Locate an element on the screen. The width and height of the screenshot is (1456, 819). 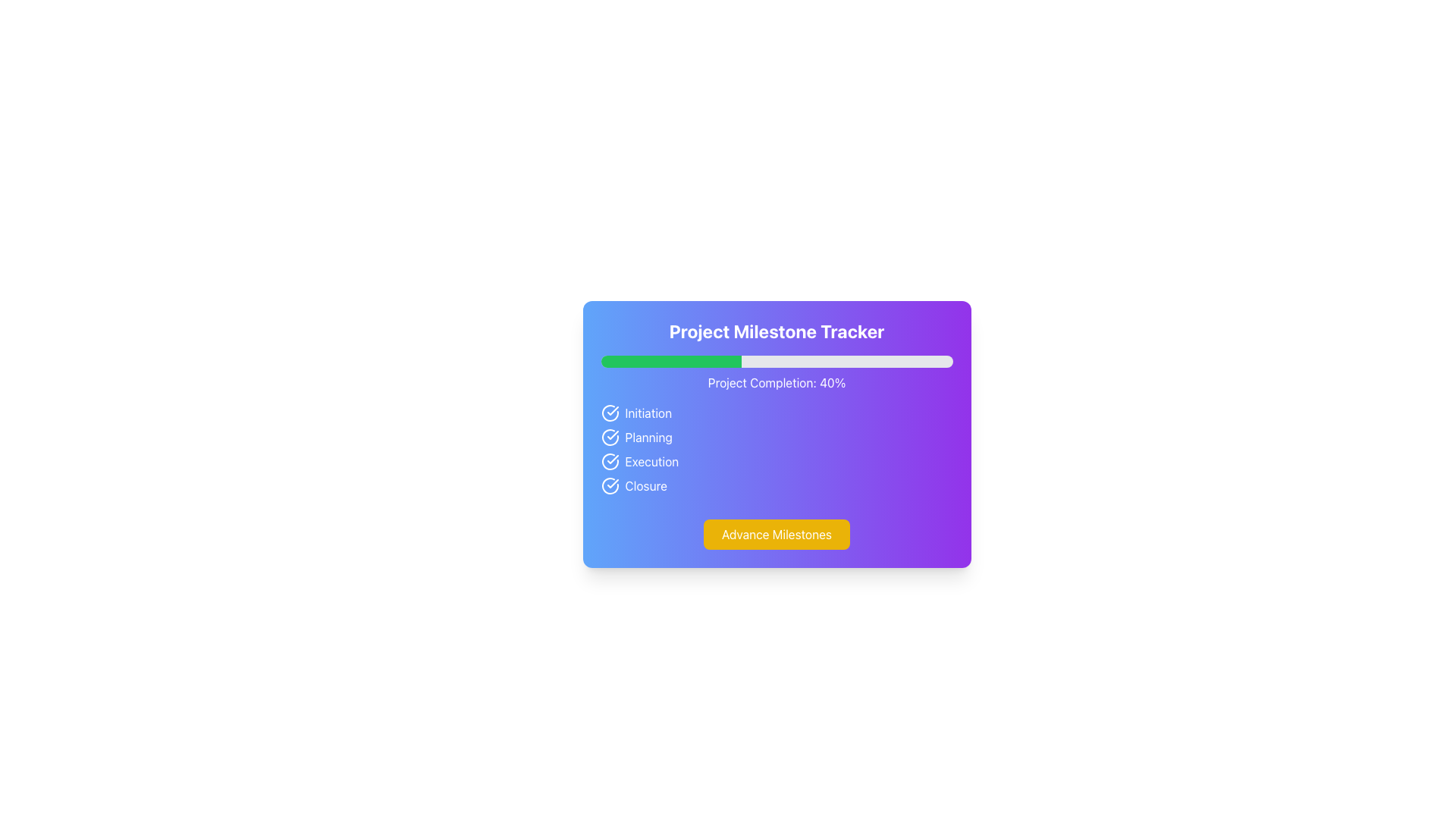
the completion status of the milestone represented by the circular checkmark icon located next to the text 'Closure' in the vertical milestone list is located at coordinates (610, 485).